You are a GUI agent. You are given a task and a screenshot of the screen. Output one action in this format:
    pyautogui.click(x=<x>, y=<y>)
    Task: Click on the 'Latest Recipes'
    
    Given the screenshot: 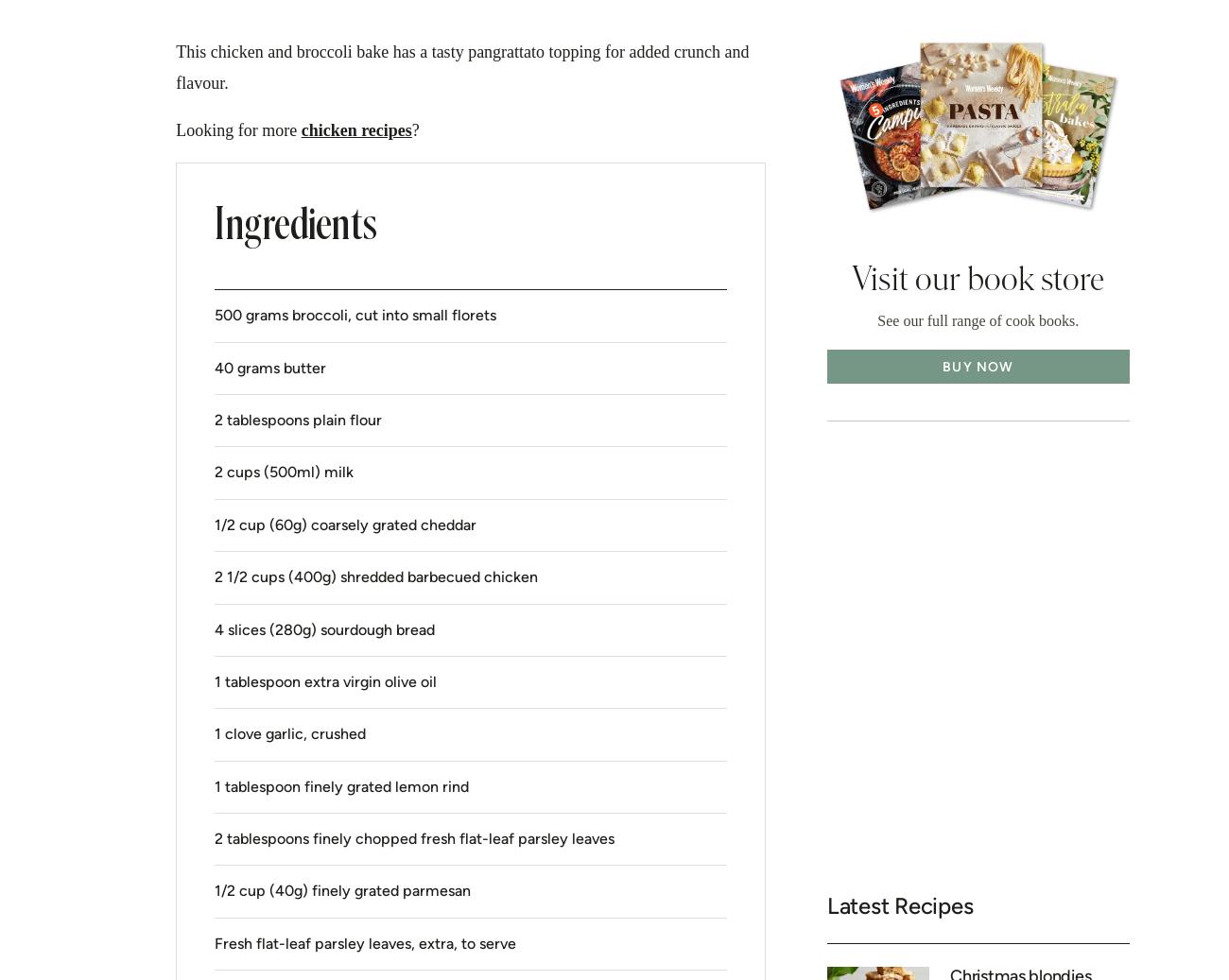 What is the action you would take?
    pyautogui.click(x=899, y=905)
    